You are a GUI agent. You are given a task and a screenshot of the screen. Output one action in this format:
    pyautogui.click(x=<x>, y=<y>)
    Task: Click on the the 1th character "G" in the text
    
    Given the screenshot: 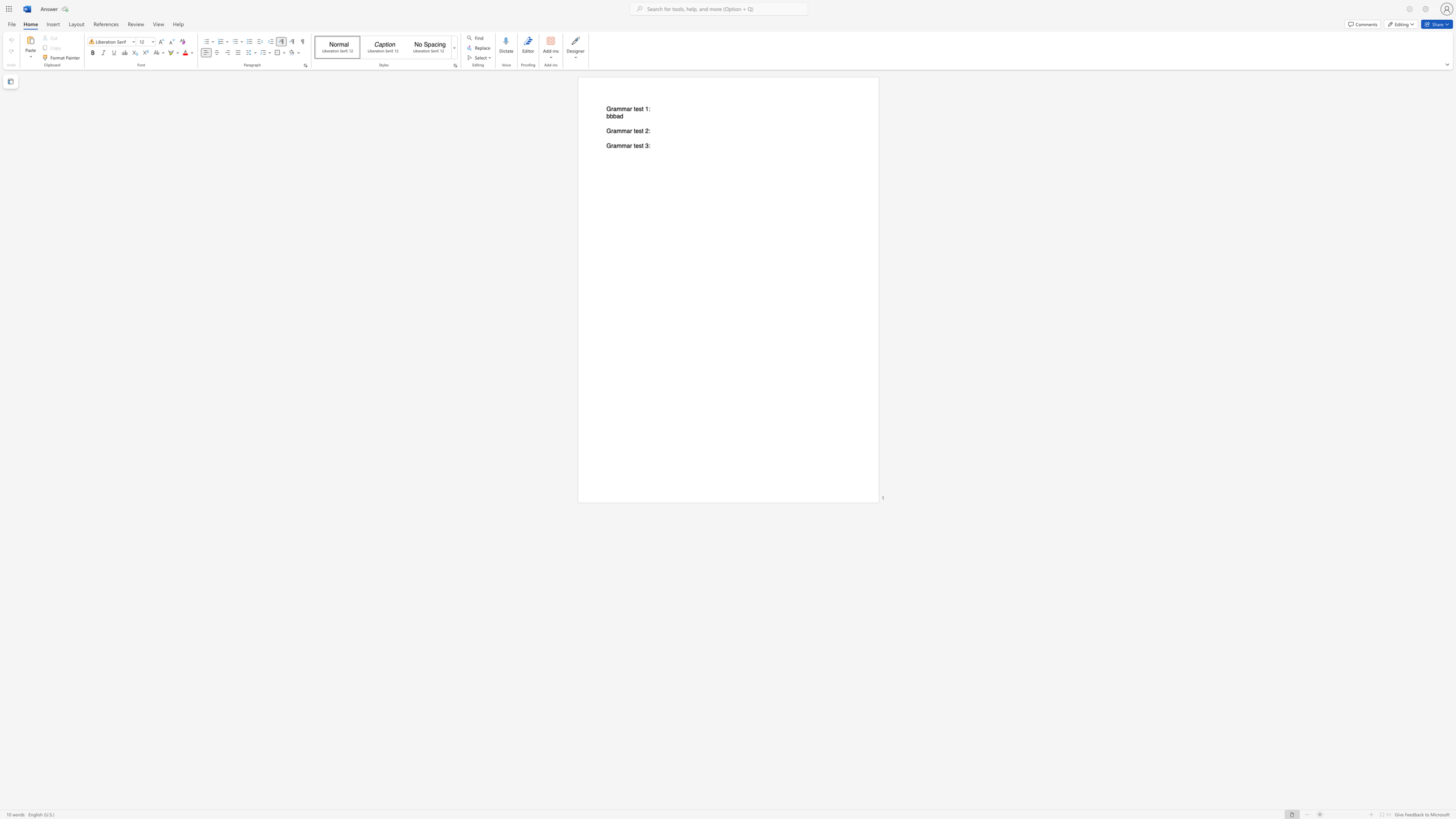 What is the action you would take?
    pyautogui.click(x=608, y=109)
    